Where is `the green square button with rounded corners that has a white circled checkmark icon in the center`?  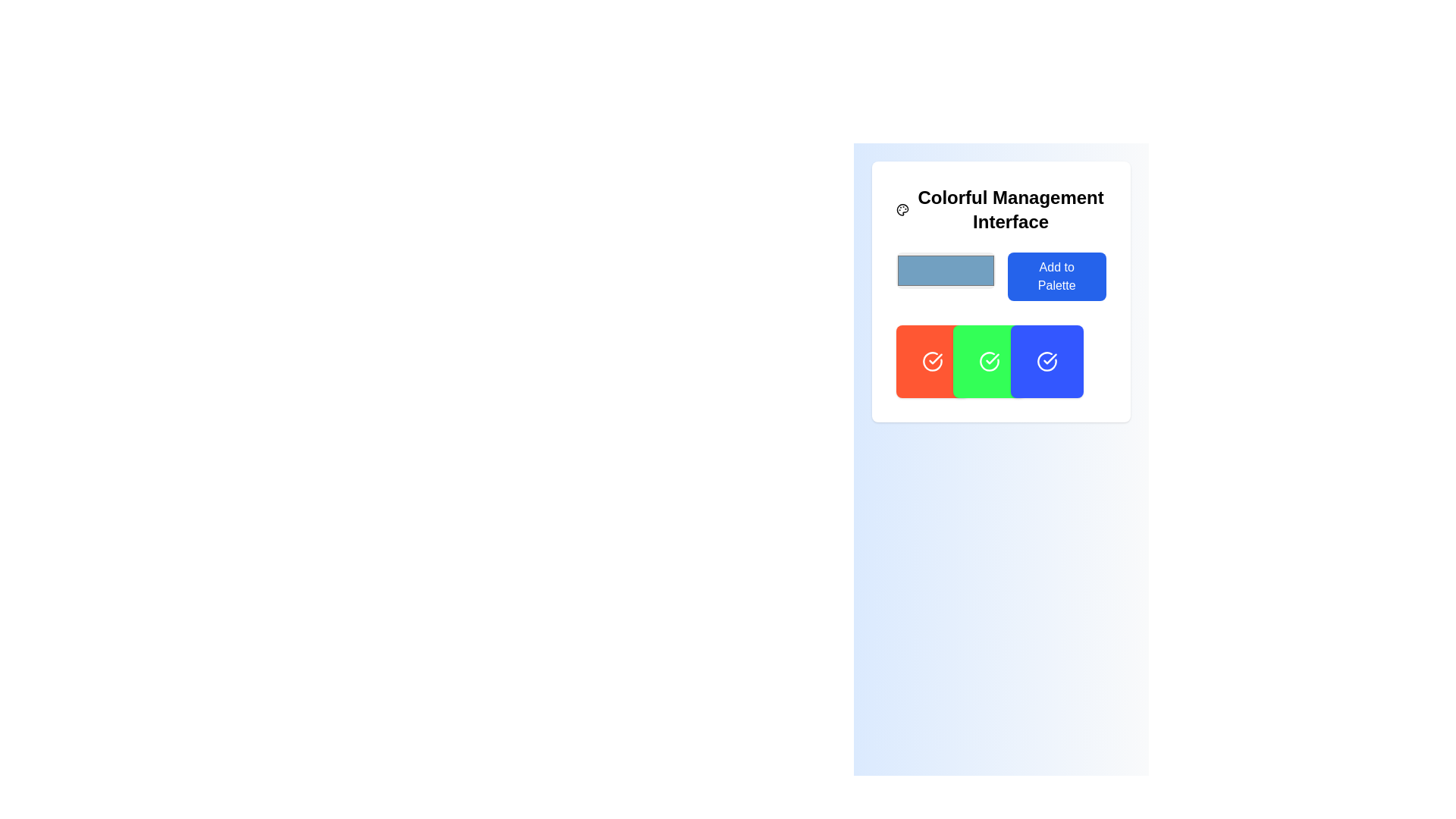 the green square button with rounded corners that has a white circled checkmark icon in the center is located at coordinates (990, 362).